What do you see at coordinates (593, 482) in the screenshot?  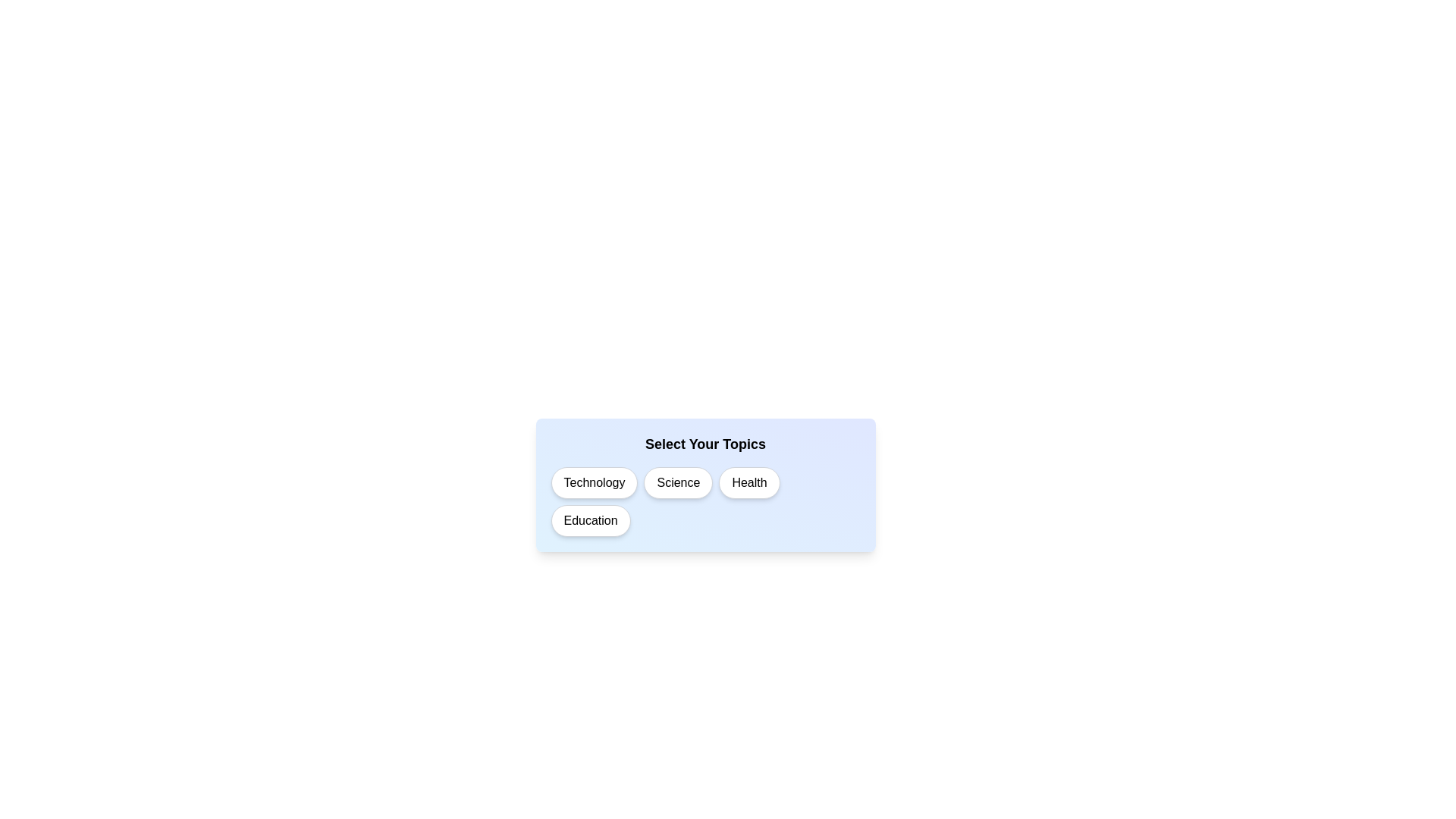 I see `the topic Technology to observe its visual feedback` at bounding box center [593, 482].